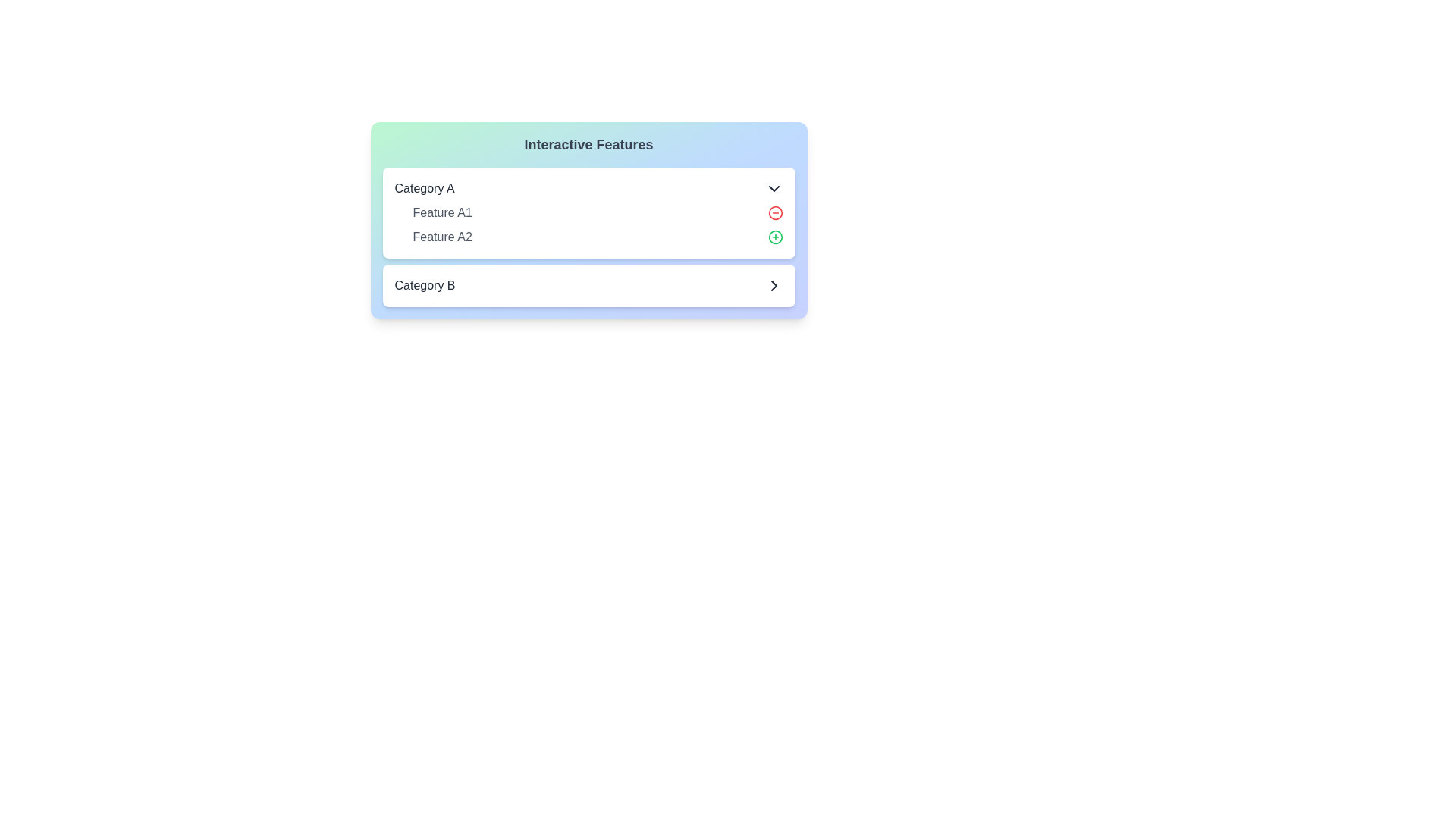 The image size is (1456, 819). I want to click on the circular green button with a plus sign in the rightmost section of the 'Feature A2' row, so click(775, 237).